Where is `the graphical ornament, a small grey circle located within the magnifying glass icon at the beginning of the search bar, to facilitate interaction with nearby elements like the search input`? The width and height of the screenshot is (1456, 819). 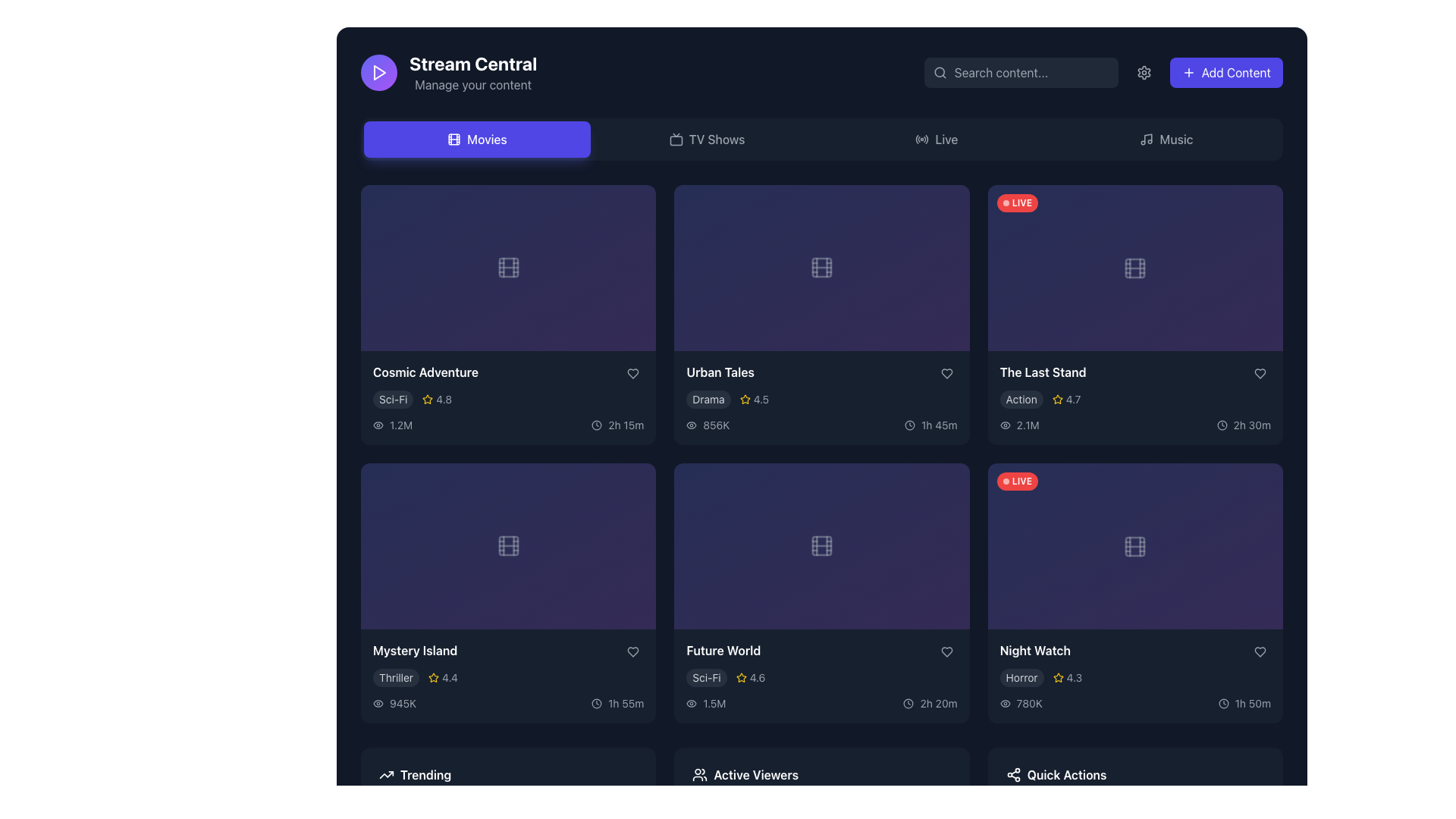 the graphical ornament, a small grey circle located within the magnifying glass icon at the beginning of the search bar, to facilitate interaction with nearby elements like the search input is located at coordinates (938, 72).